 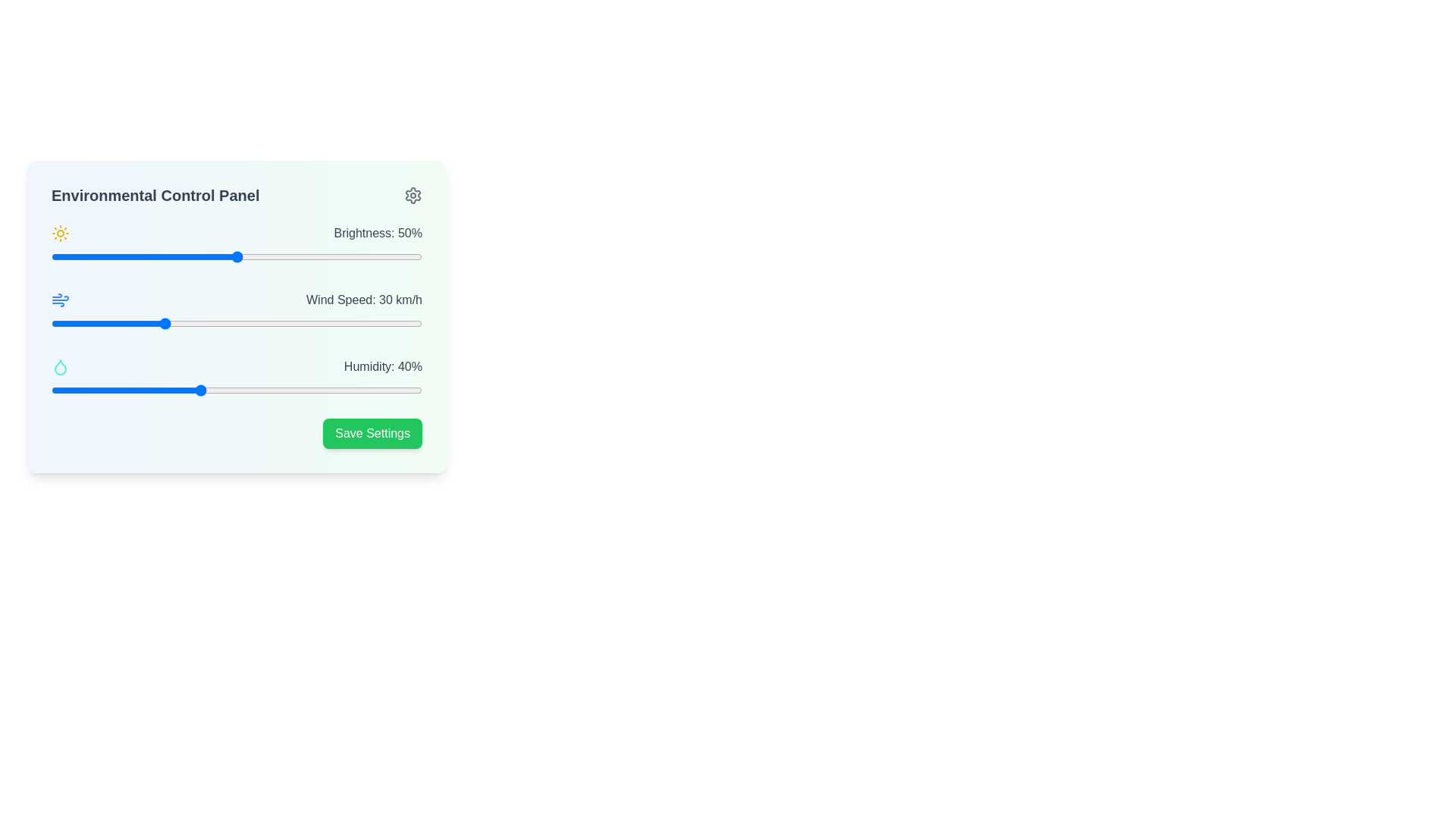 I want to click on the wind speed, so click(x=184, y=323).